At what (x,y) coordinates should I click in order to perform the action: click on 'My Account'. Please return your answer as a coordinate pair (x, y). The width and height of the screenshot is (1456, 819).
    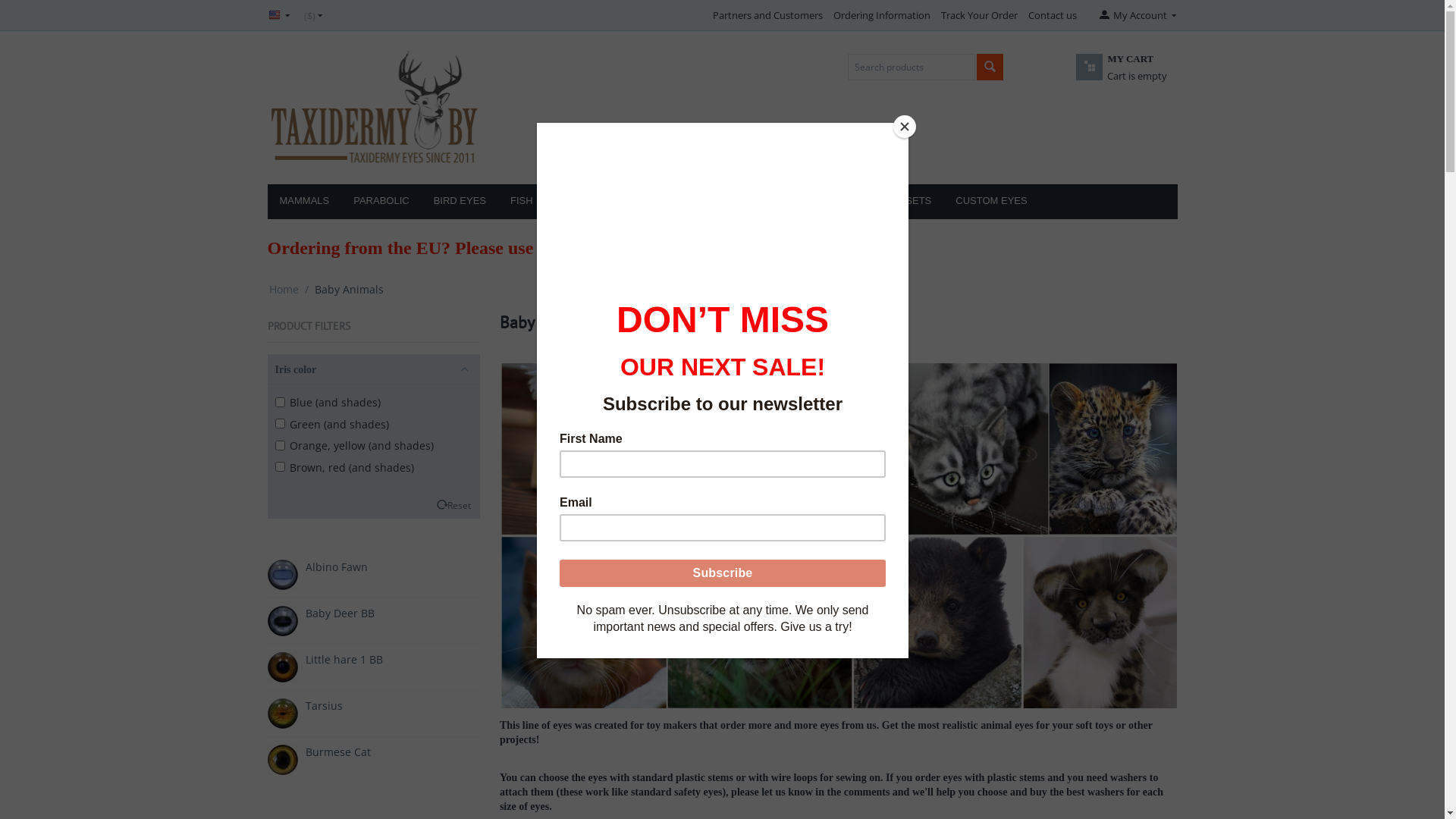
    Looking at the image, I should click on (1136, 14).